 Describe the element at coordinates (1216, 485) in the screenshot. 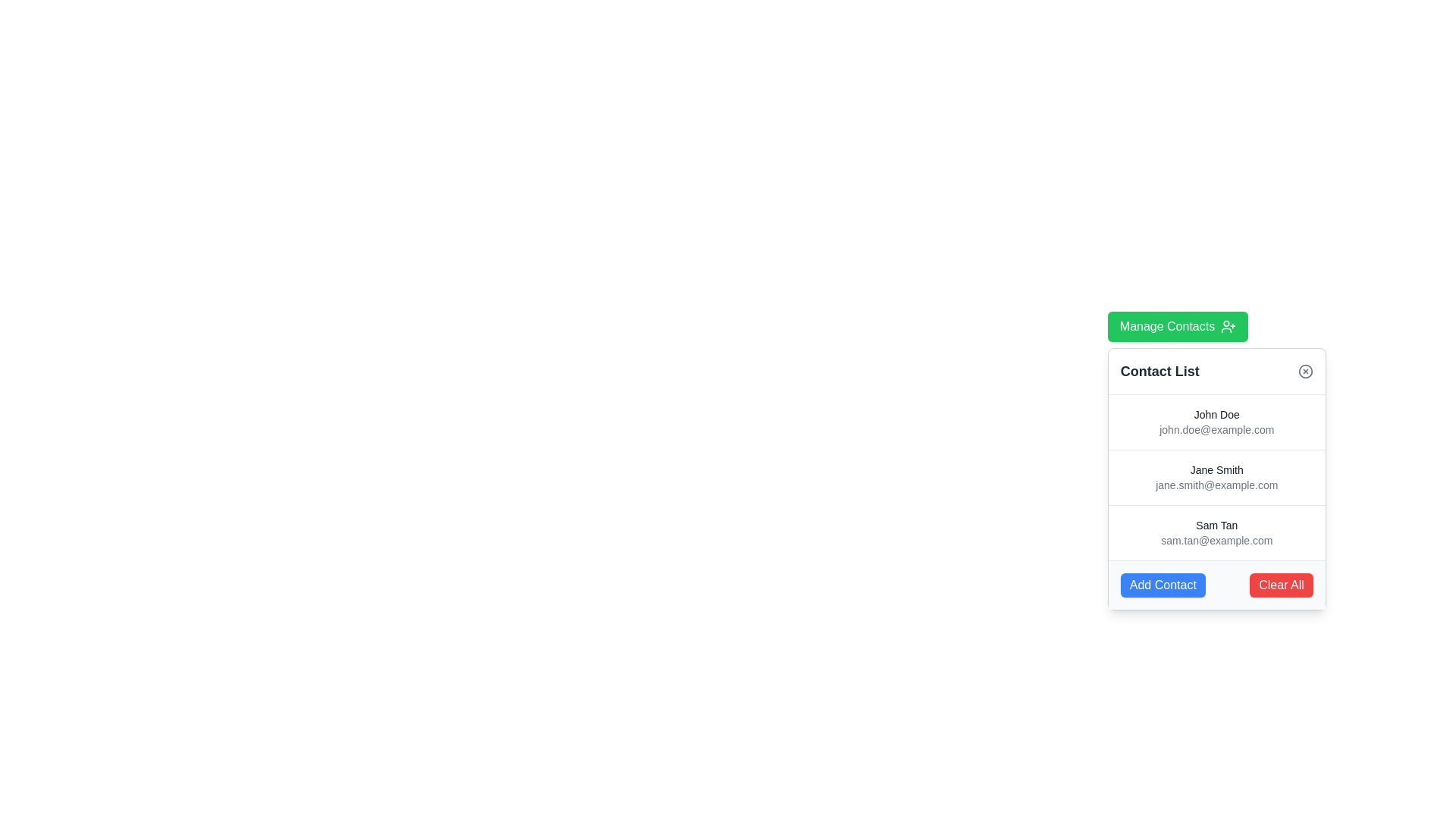

I see `the email address displayed for the contact 'Jane Smith', which is positioned directly below the name text within the contact list item in the modal` at that location.